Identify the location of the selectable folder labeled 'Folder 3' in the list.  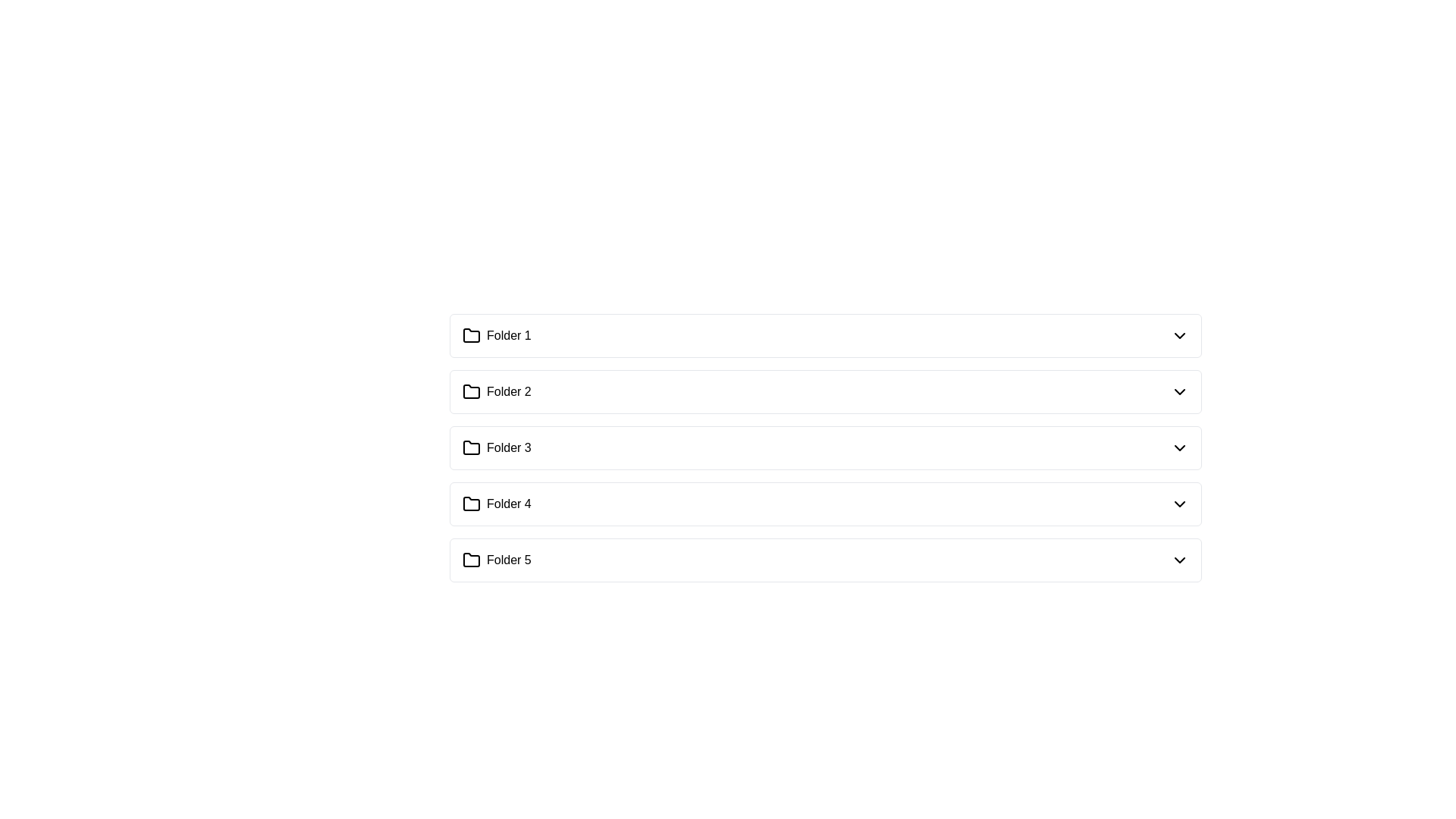
(496, 447).